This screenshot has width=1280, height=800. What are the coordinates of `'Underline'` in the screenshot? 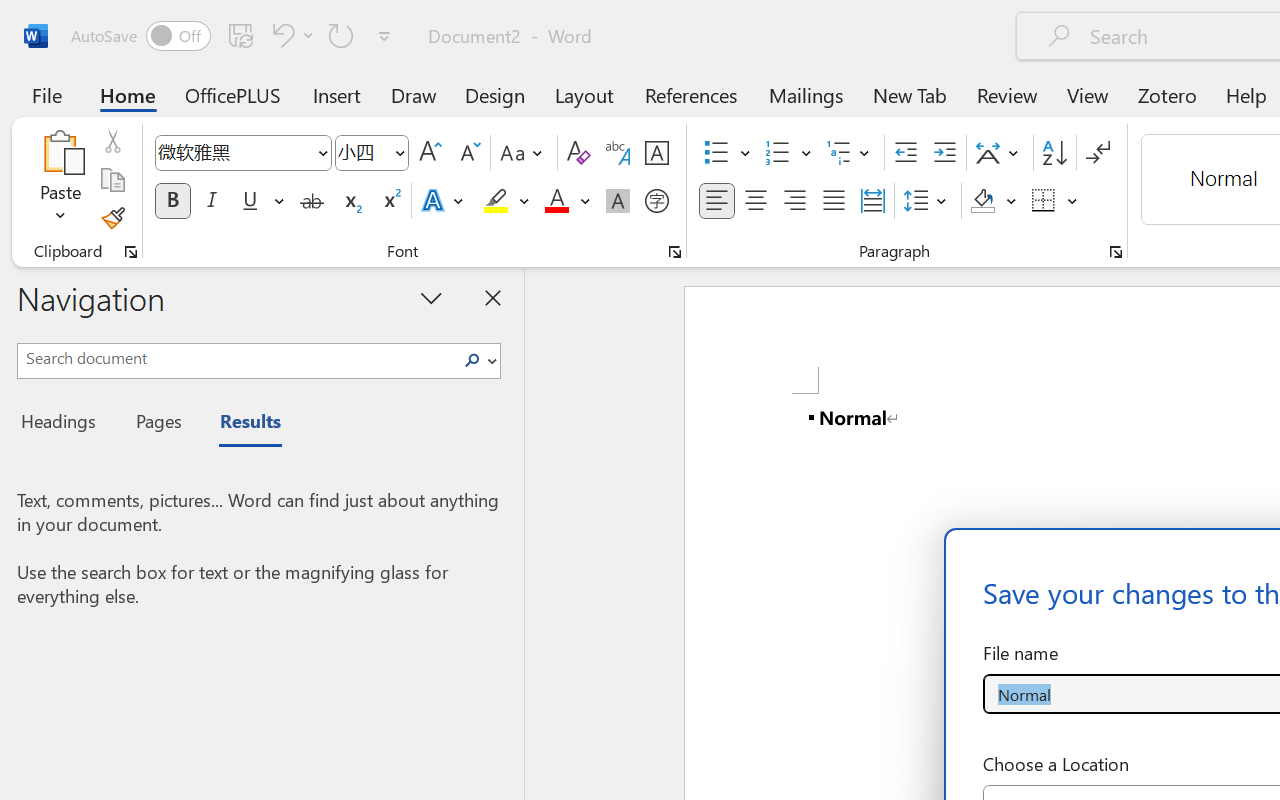 It's located at (249, 201).